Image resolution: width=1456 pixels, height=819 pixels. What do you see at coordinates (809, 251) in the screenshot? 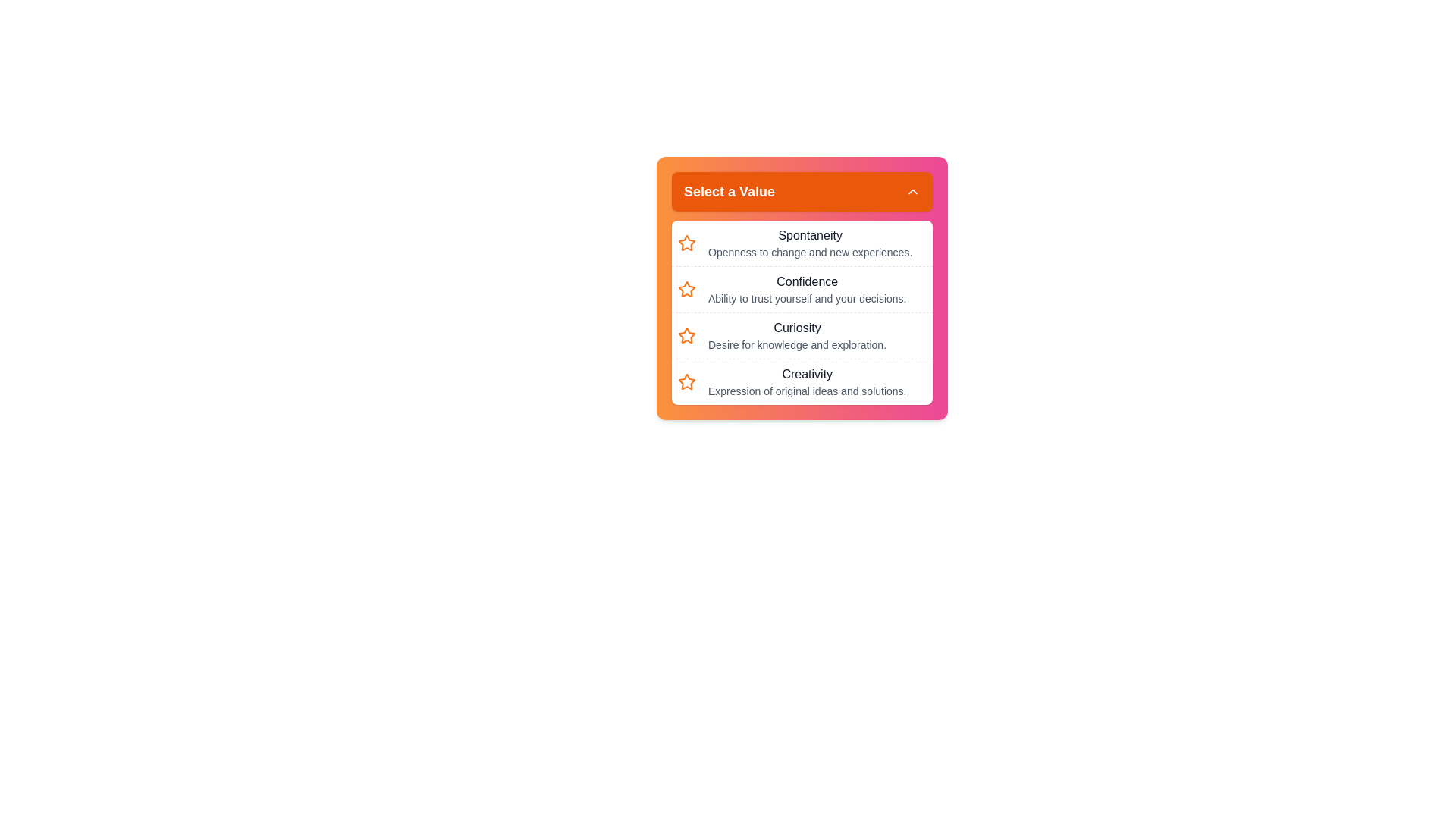
I see `the descriptive text label providing additional information about 'Spontaneity' within the dropdown menu` at bounding box center [809, 251].